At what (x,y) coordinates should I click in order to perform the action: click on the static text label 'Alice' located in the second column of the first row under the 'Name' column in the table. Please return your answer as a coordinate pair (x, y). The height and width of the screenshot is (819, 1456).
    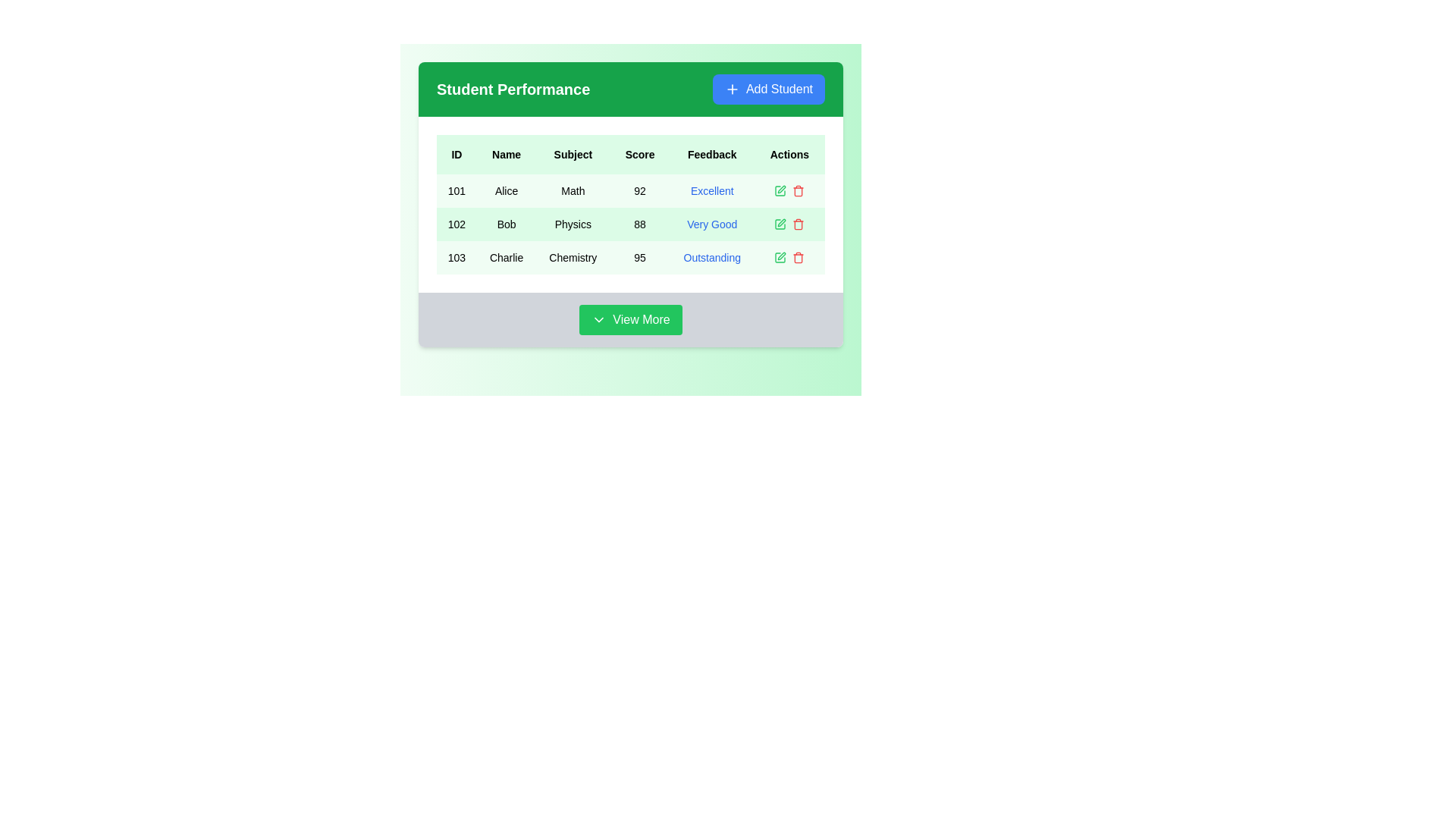
    Looking at the image, I should click on (507, 190).